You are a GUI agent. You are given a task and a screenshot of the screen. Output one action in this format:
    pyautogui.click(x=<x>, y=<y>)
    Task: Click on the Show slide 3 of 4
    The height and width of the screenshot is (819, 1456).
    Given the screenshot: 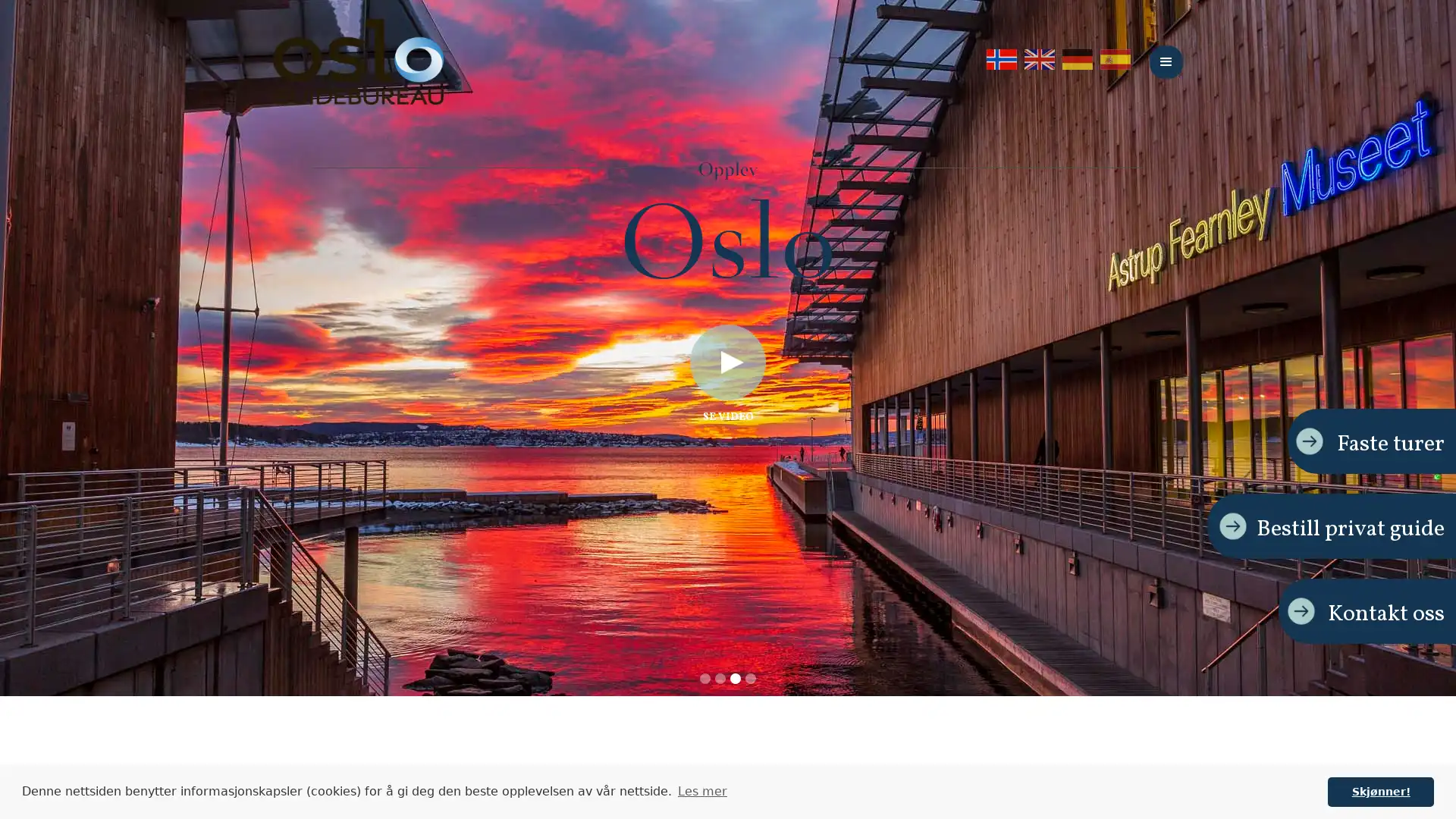 What is the action you would take?
    pyautogui.click(x=735, y=677)
    